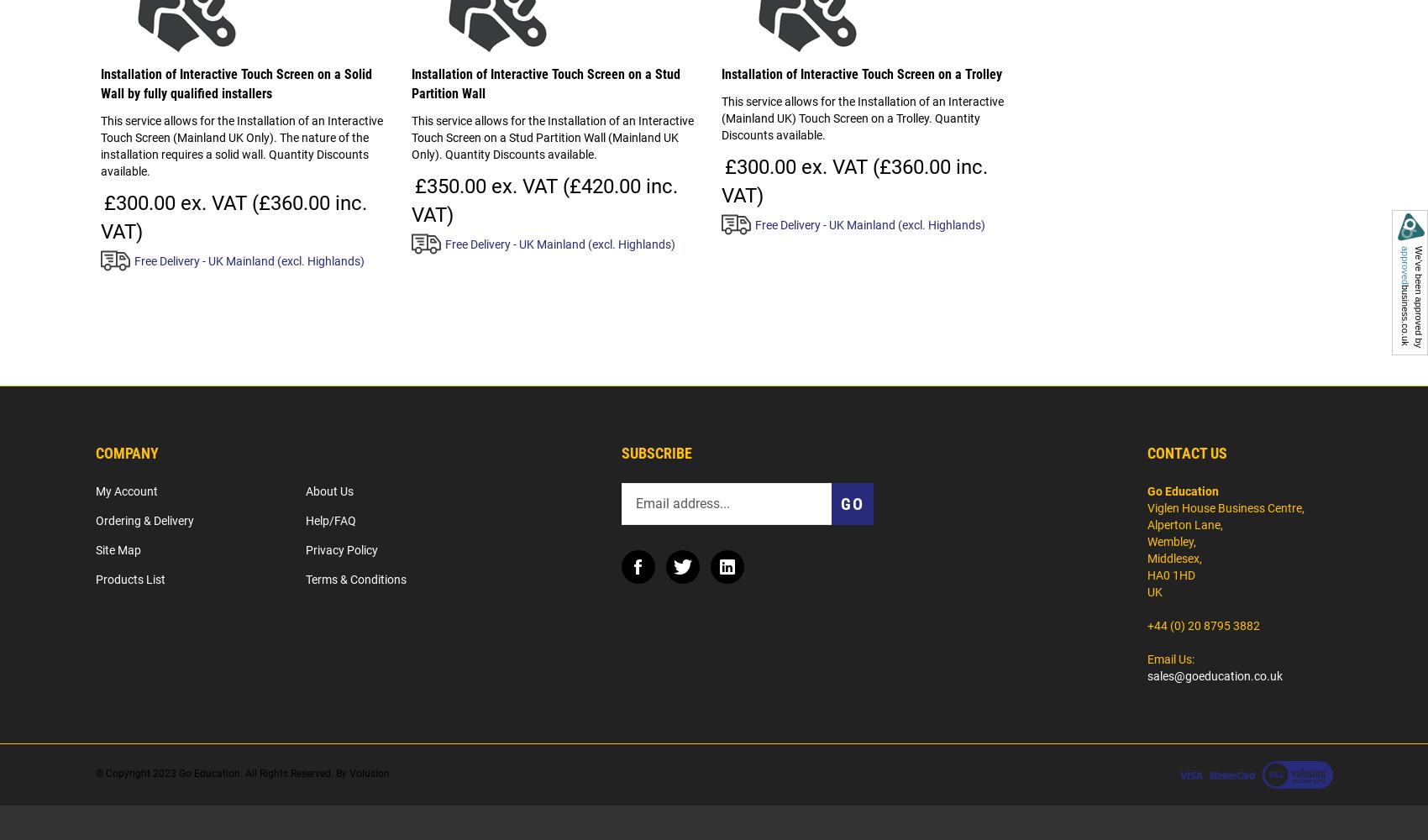  What do you see at coordinates (654, 453) in the screenshot?
I see `'Subscribe'` at bounding box center [654, 453].